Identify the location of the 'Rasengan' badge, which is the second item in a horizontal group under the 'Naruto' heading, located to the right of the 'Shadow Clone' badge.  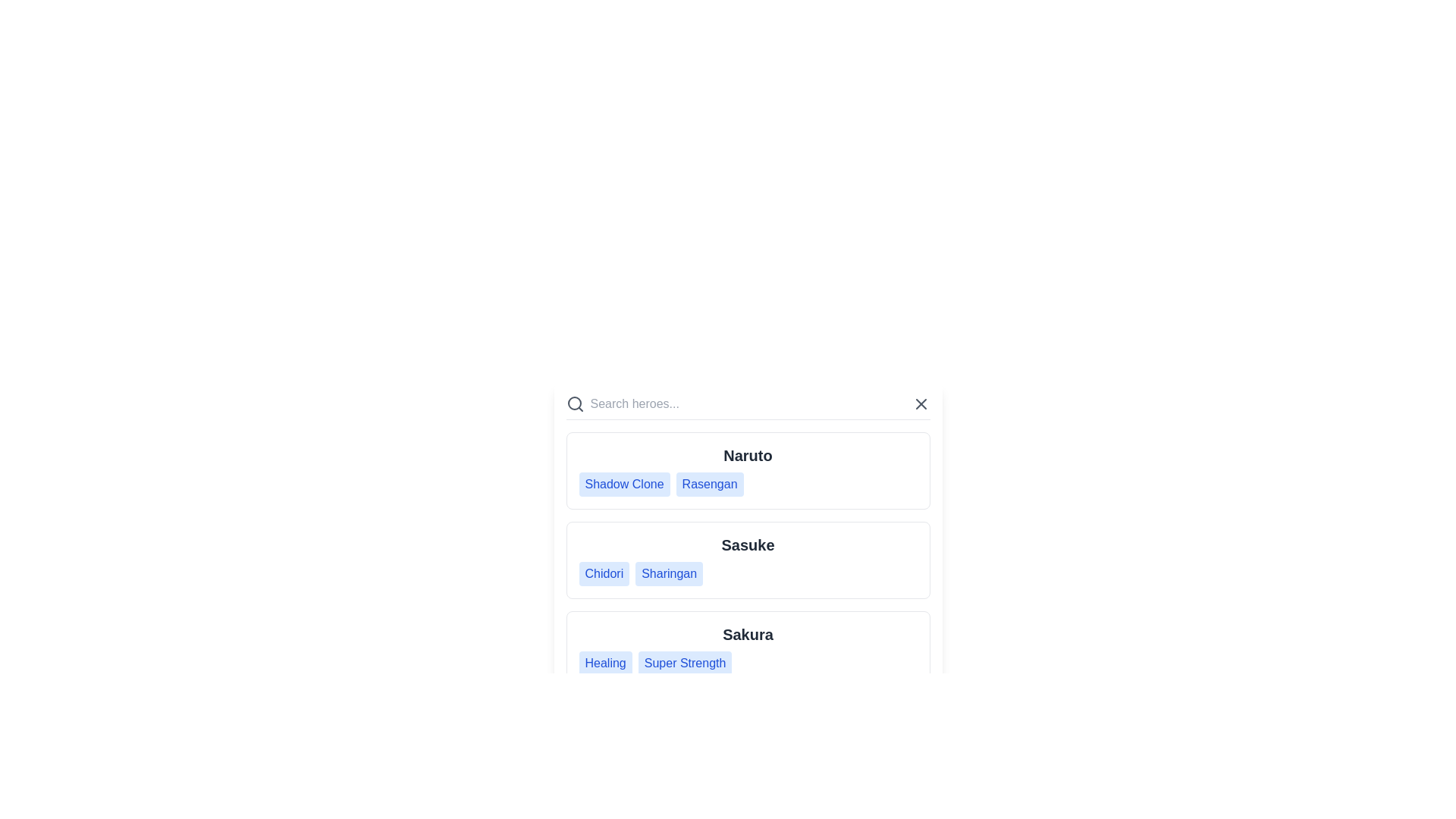
(709, 485).